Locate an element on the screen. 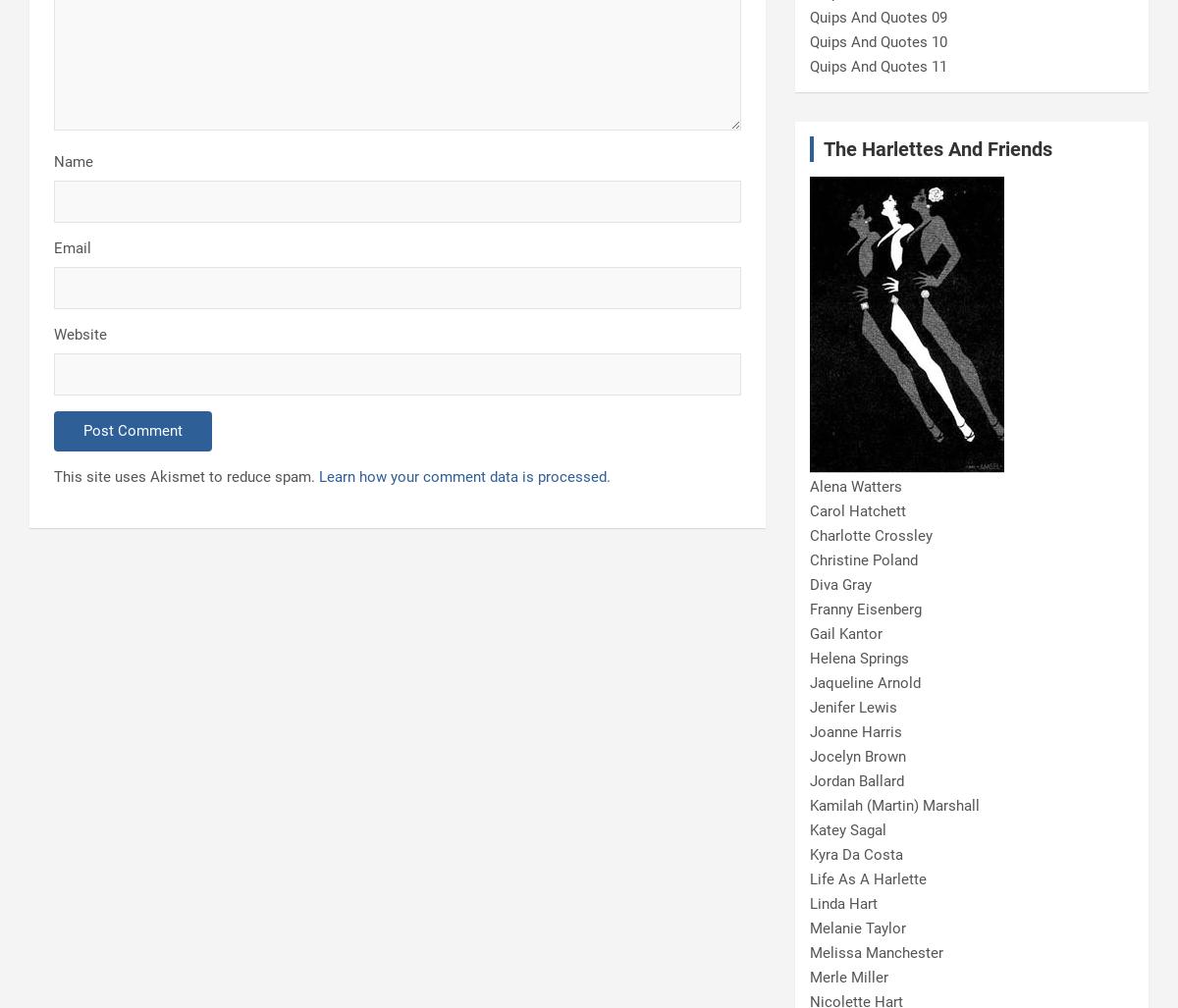 This screenshot has height=1008, width=1178. 'Melissa Manchester' is located at coordinates (876, 952).